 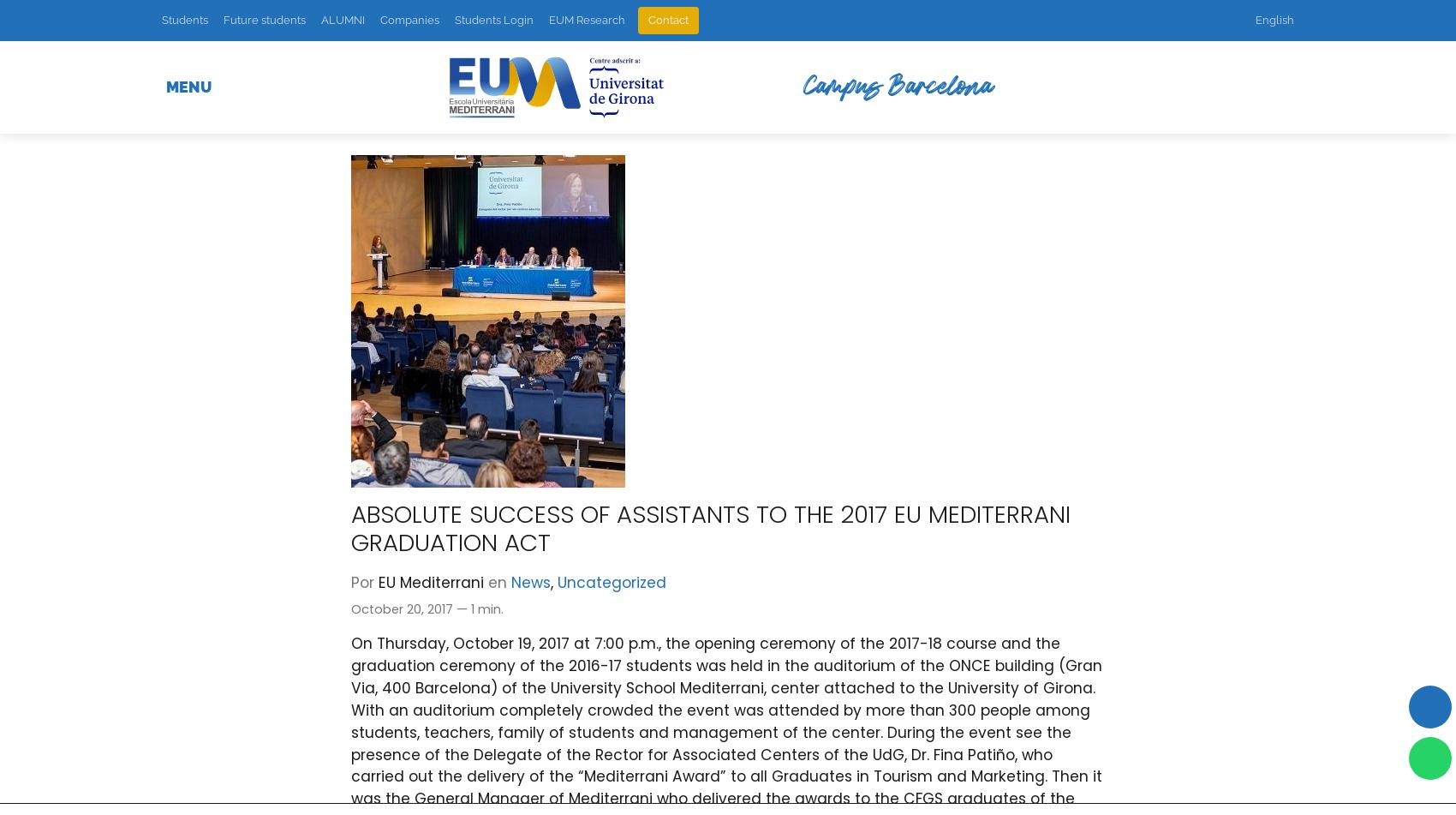 What do you see at coordinates (485, 608) in the screenshot?
I see `'1 min.'` at bounding box center [485, 608].